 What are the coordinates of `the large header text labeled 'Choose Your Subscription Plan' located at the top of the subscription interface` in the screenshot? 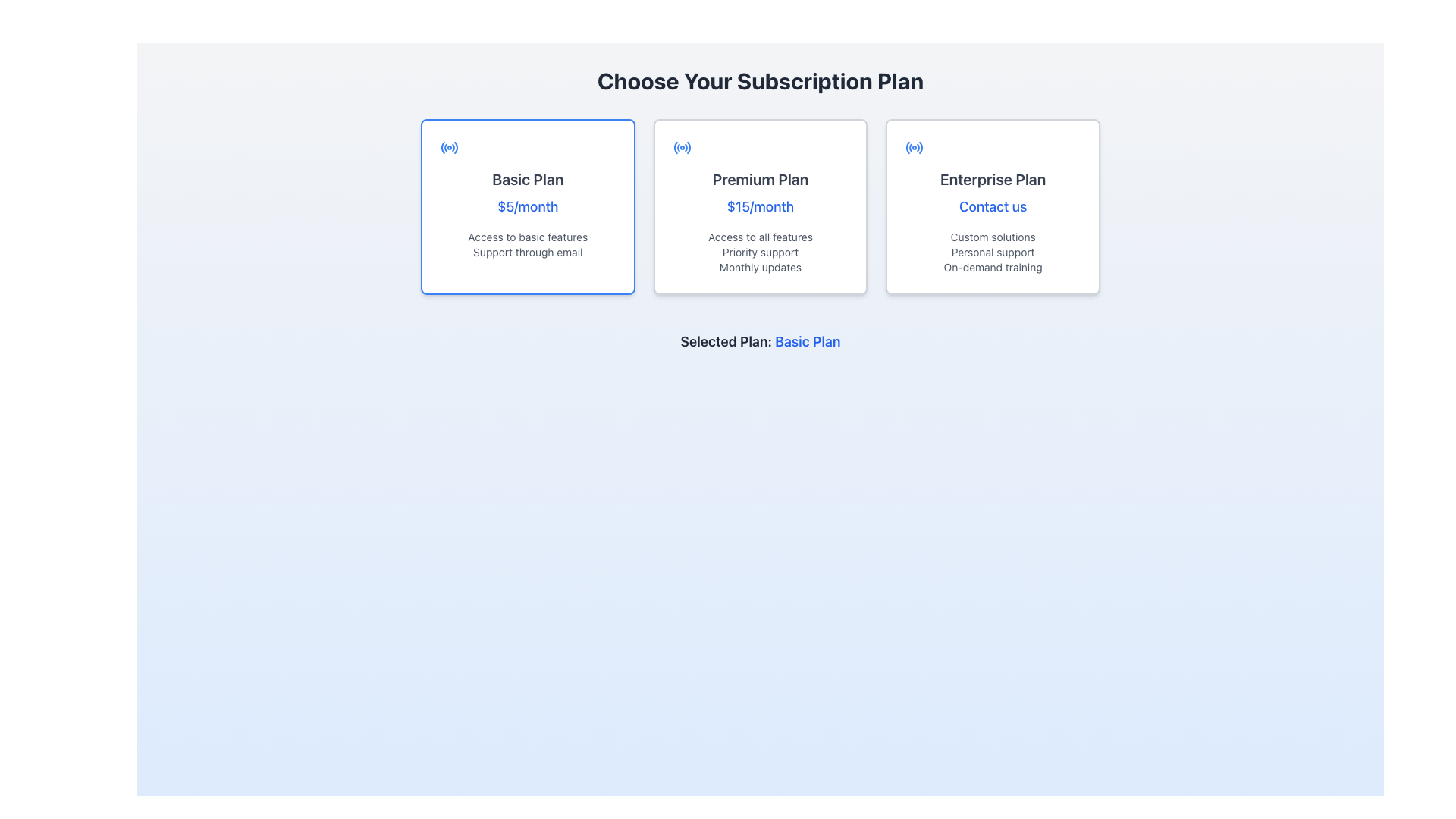 It's located at (761, 81).